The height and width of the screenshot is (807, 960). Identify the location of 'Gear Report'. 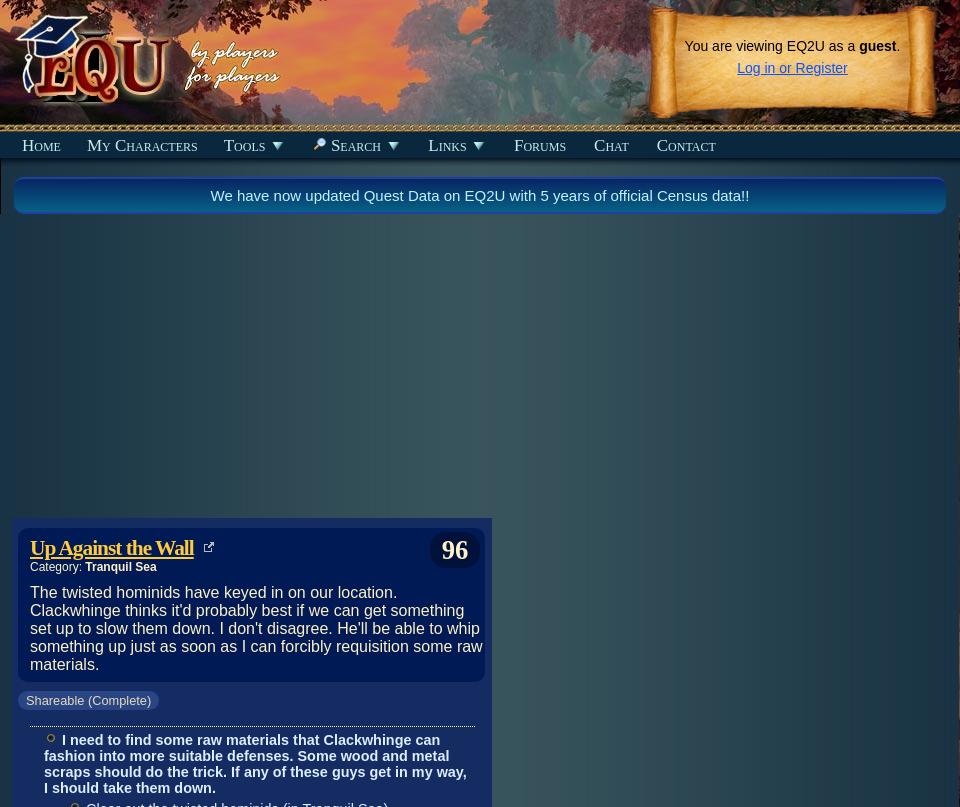
(52, 347).